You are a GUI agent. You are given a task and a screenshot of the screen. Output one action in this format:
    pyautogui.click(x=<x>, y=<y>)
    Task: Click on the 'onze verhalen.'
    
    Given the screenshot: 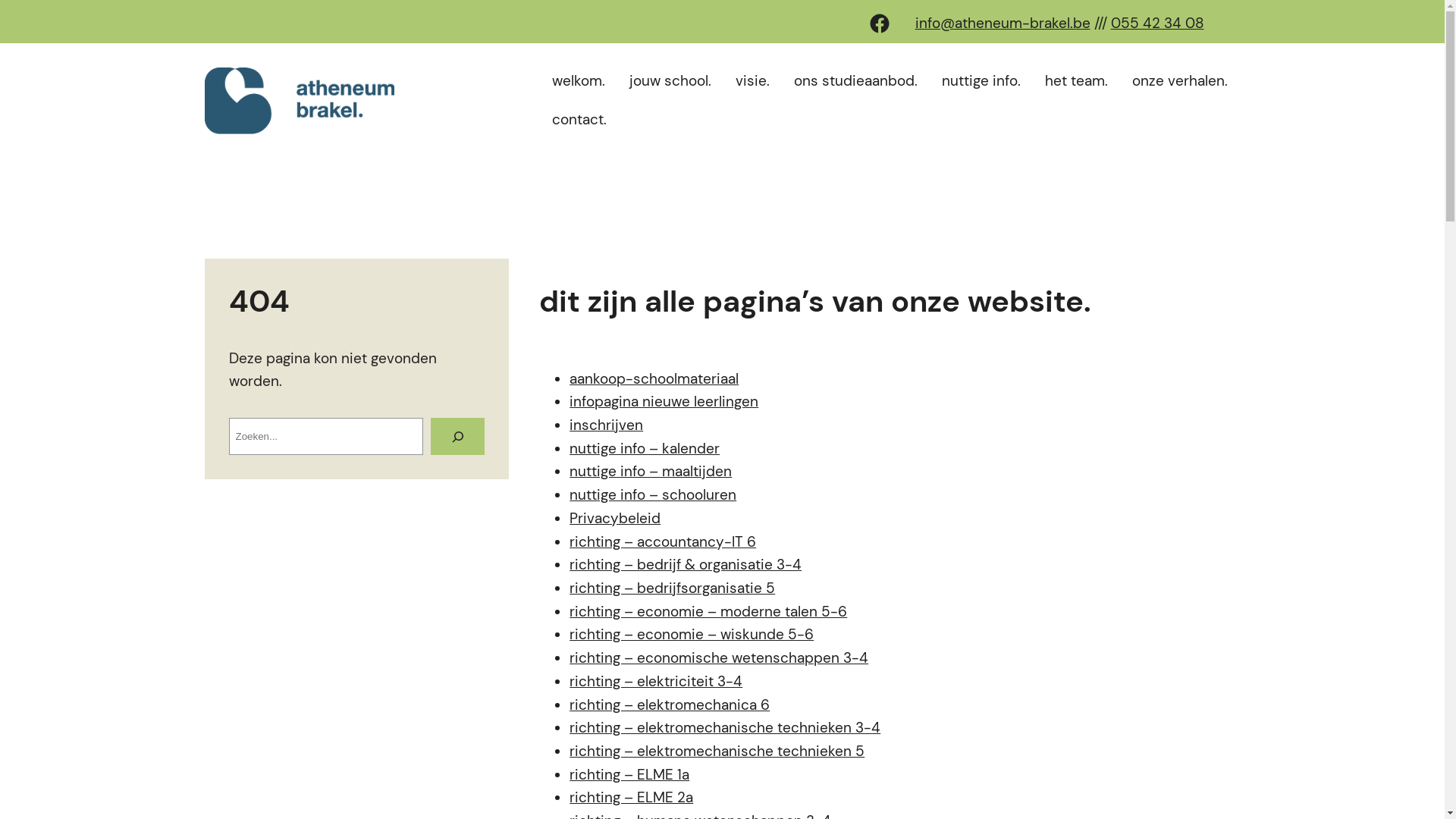 What is the action you would take?
    pyautogui.click(x=1125, y=81)
    